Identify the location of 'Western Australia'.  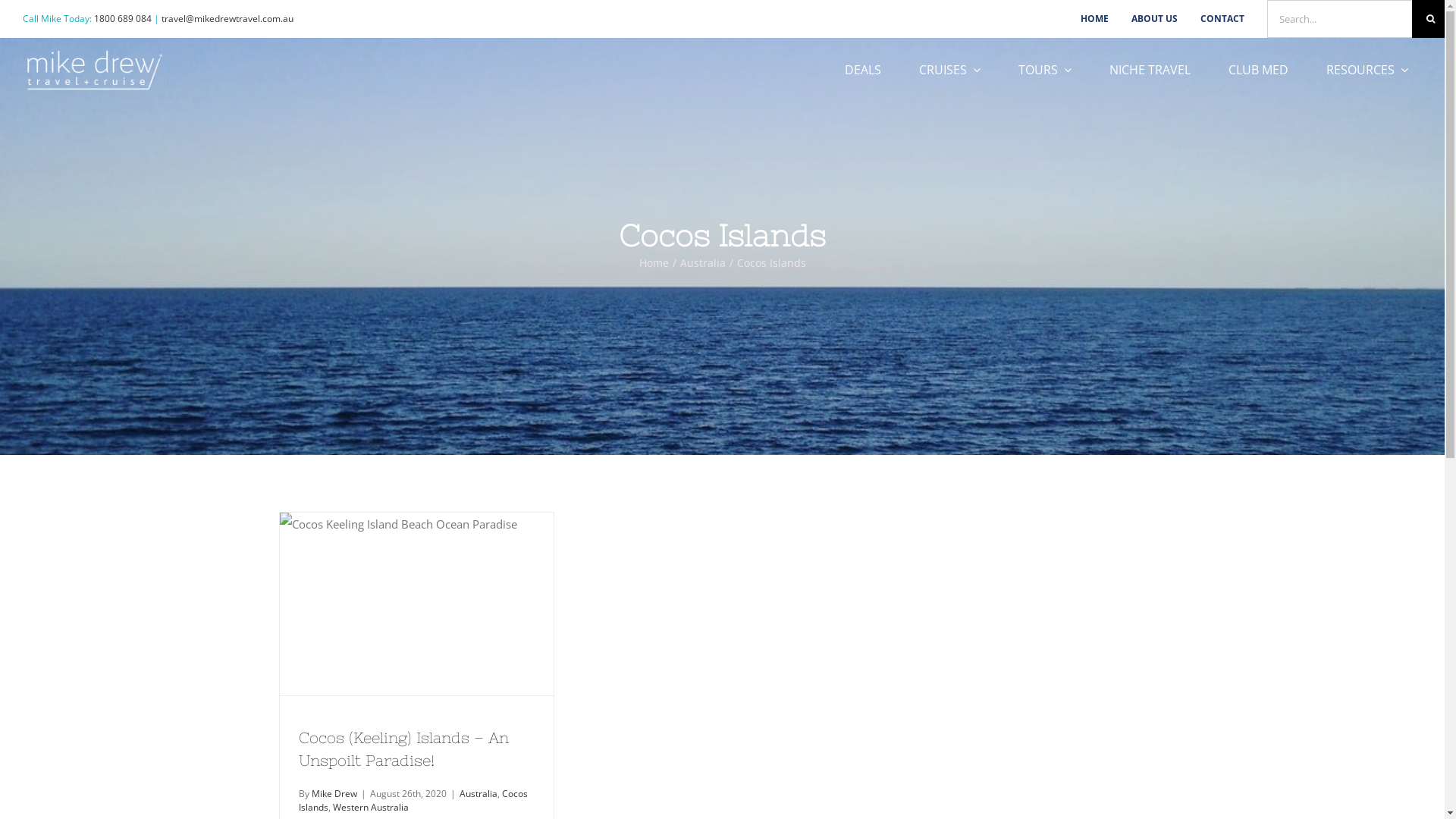
(370, 806).